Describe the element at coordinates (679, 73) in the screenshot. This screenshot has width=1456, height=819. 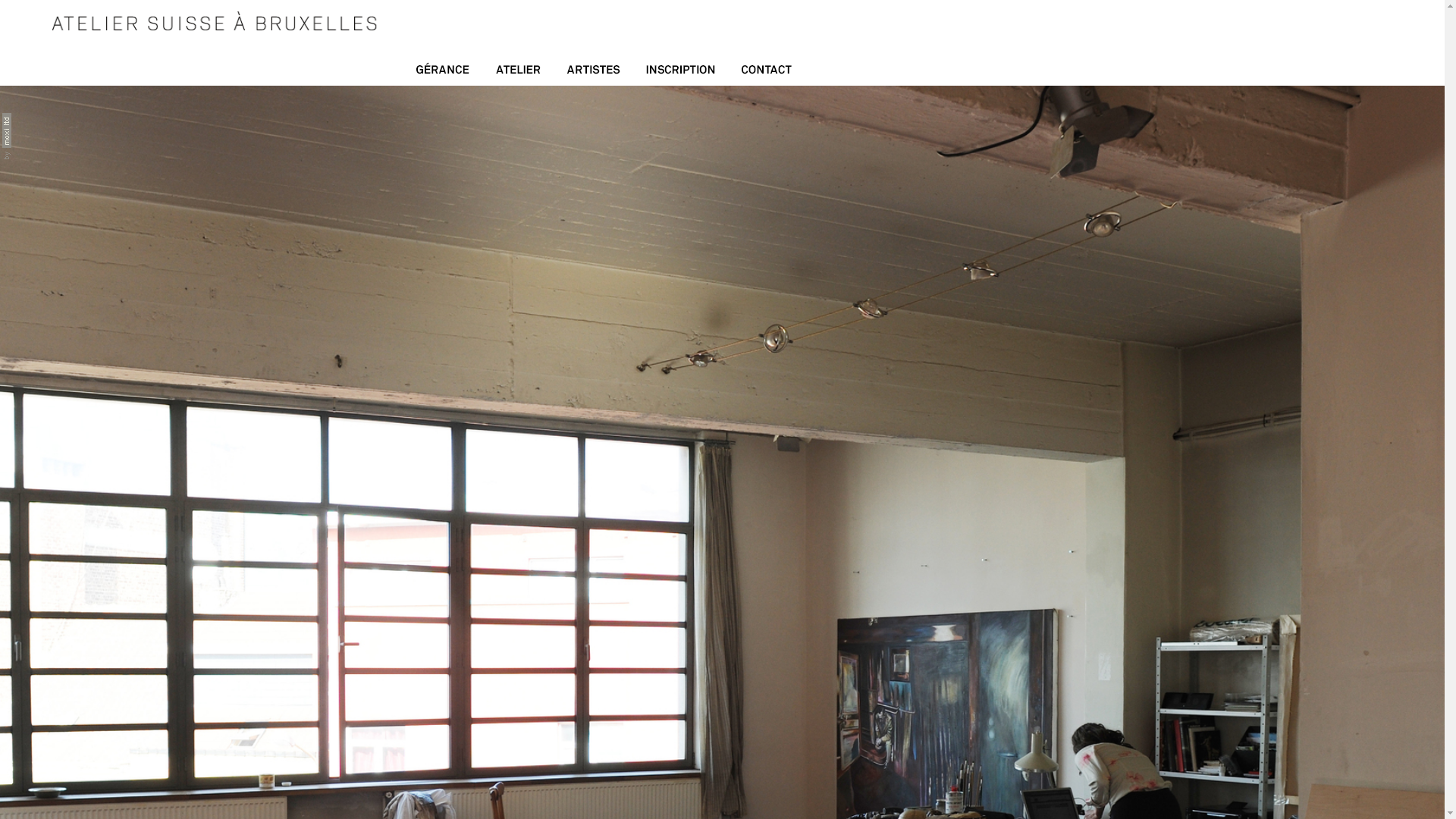
I see `'INSCRIPTION'` at that location.